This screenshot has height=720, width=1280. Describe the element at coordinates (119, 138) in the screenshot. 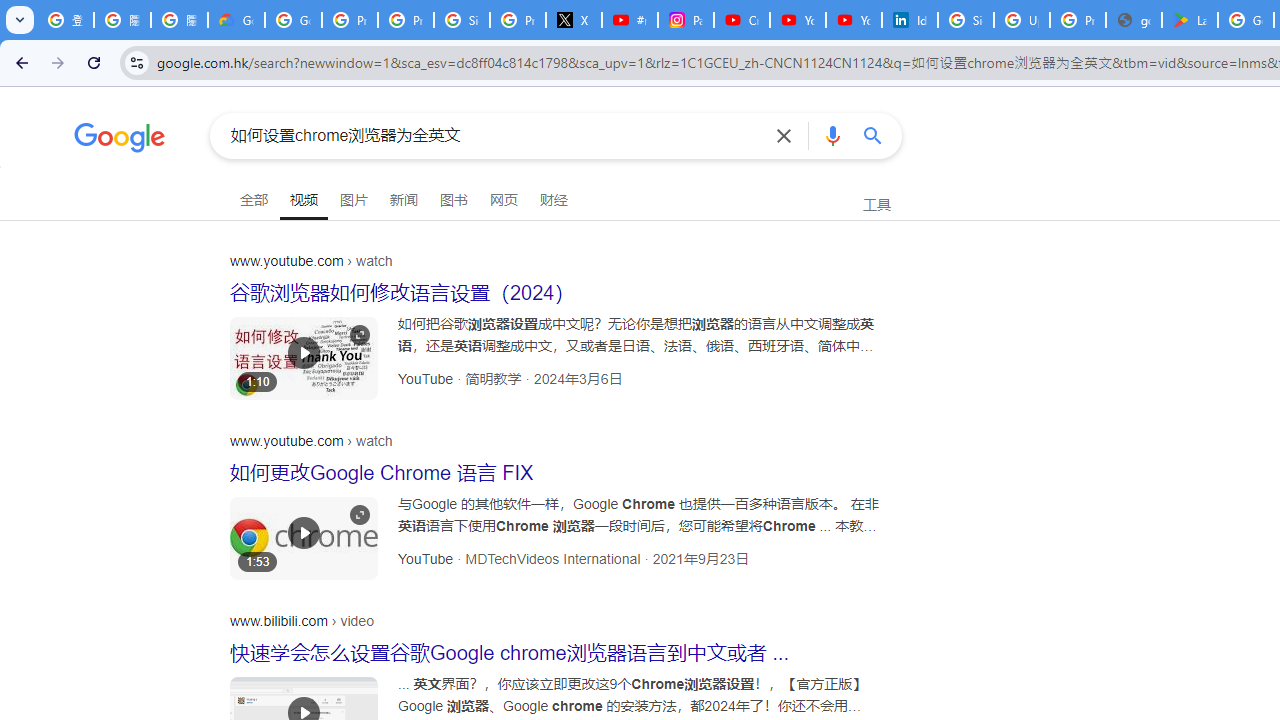

I see `'Google'` at that location.